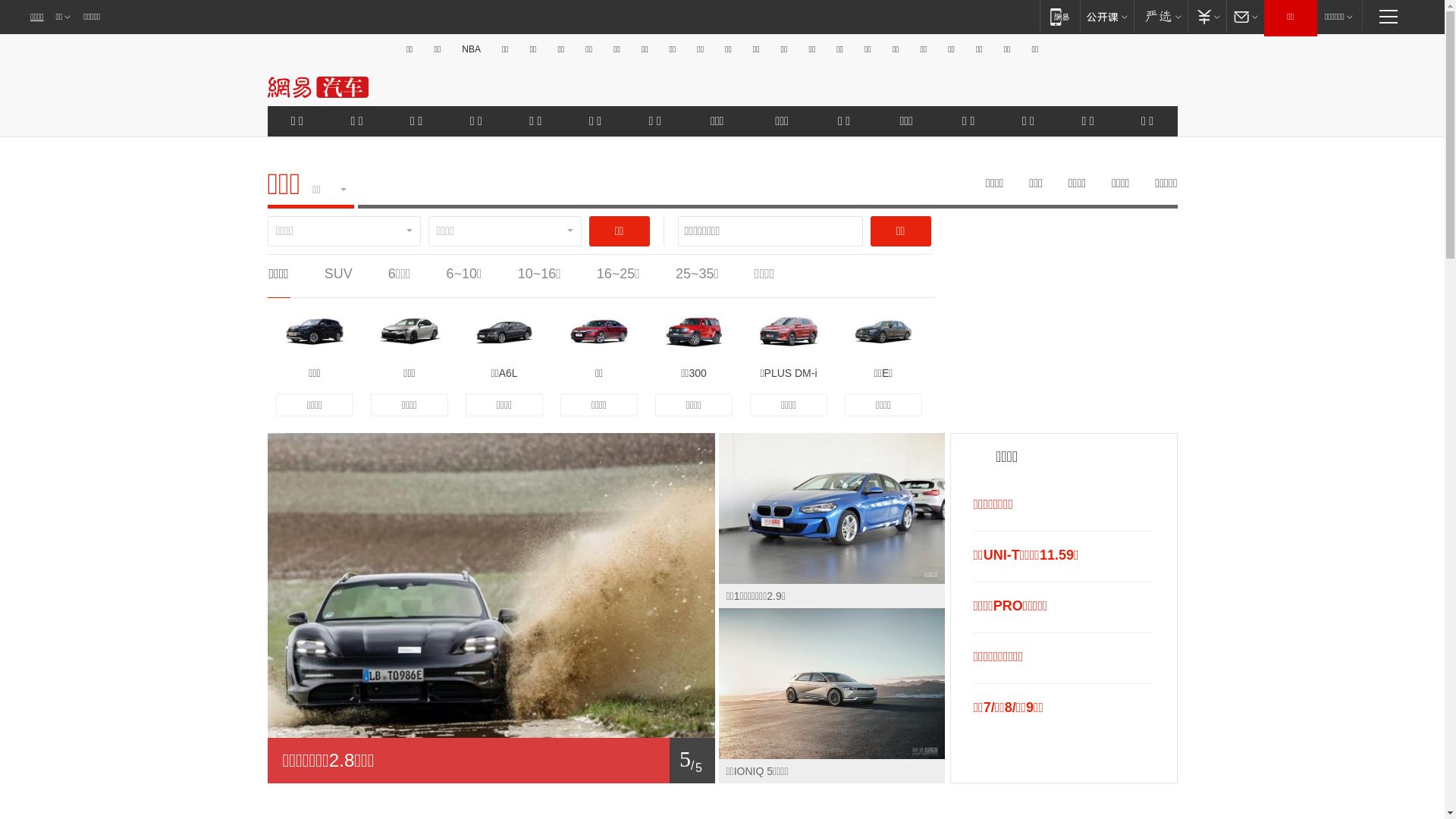 This screenshot has width=1456, height=819. I want to click on 'NBA', so click(470, 49).